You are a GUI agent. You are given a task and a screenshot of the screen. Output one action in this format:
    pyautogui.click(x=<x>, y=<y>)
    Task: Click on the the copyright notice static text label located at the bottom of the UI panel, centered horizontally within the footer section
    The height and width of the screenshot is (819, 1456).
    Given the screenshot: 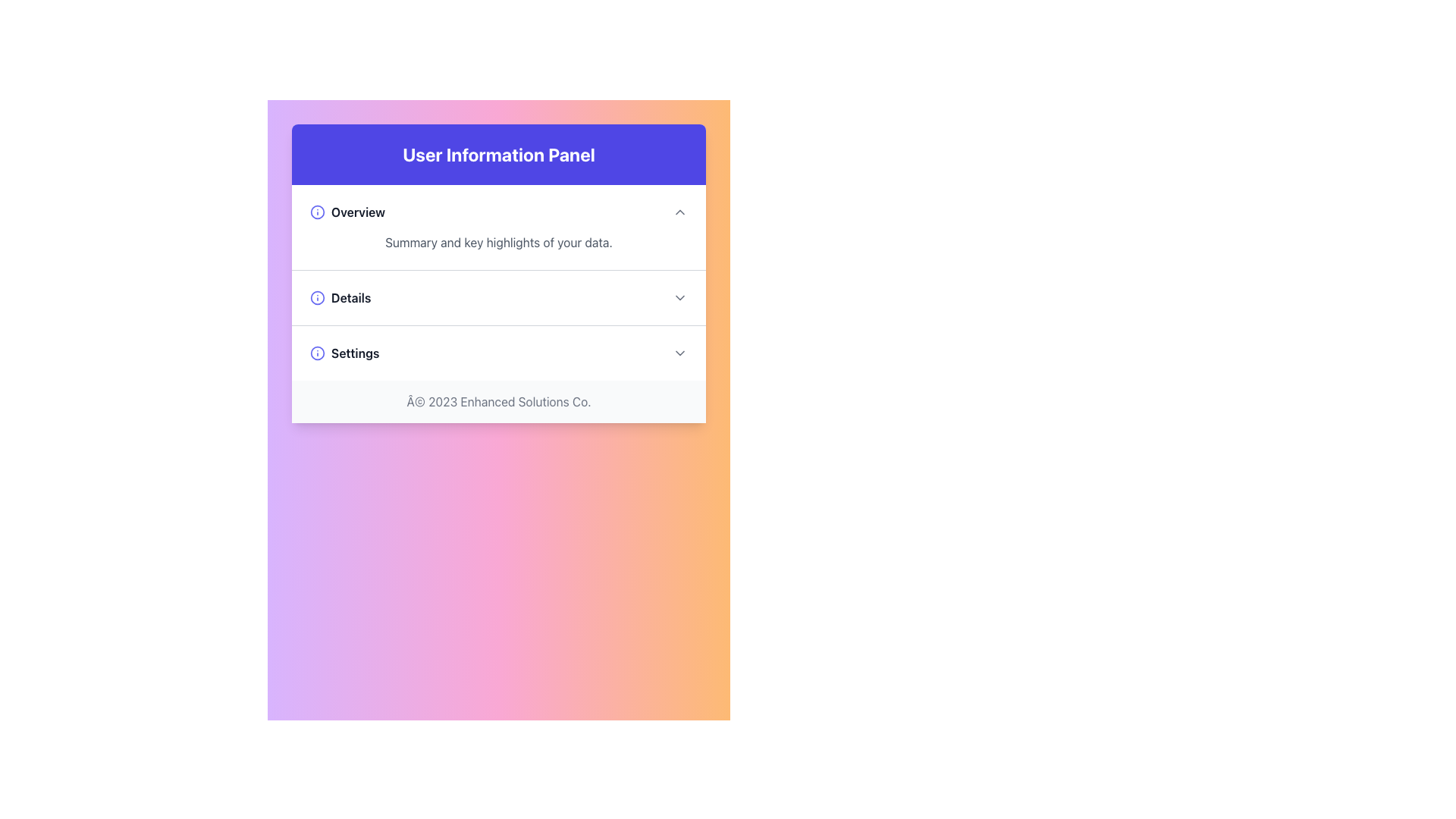 What is the action you would take?
    pyautogui.click(x=498, y=400)
    